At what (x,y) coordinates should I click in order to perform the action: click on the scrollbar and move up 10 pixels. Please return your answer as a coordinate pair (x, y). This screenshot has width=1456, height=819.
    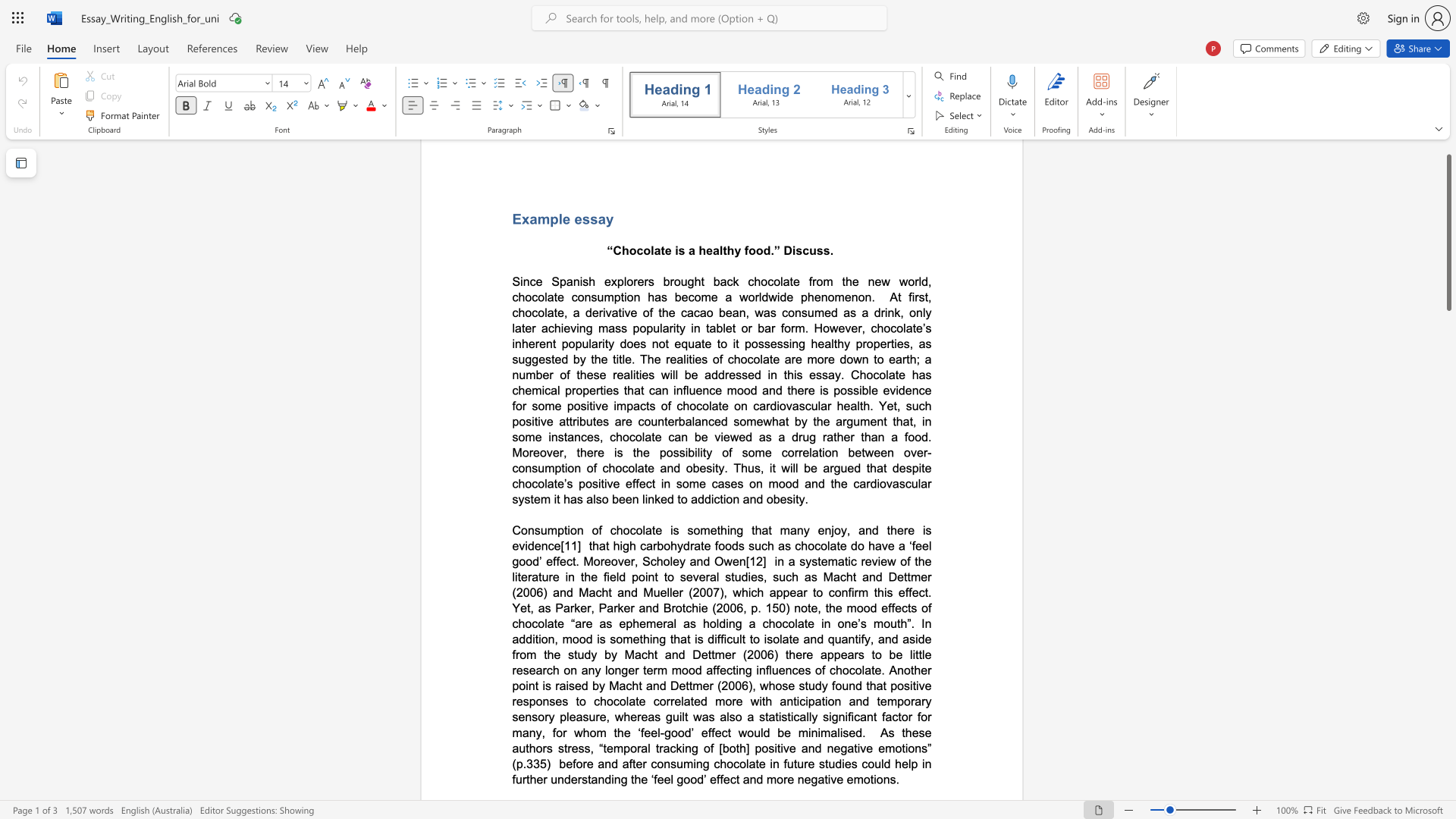
    Looking at the image, I should click on (1448, 232).